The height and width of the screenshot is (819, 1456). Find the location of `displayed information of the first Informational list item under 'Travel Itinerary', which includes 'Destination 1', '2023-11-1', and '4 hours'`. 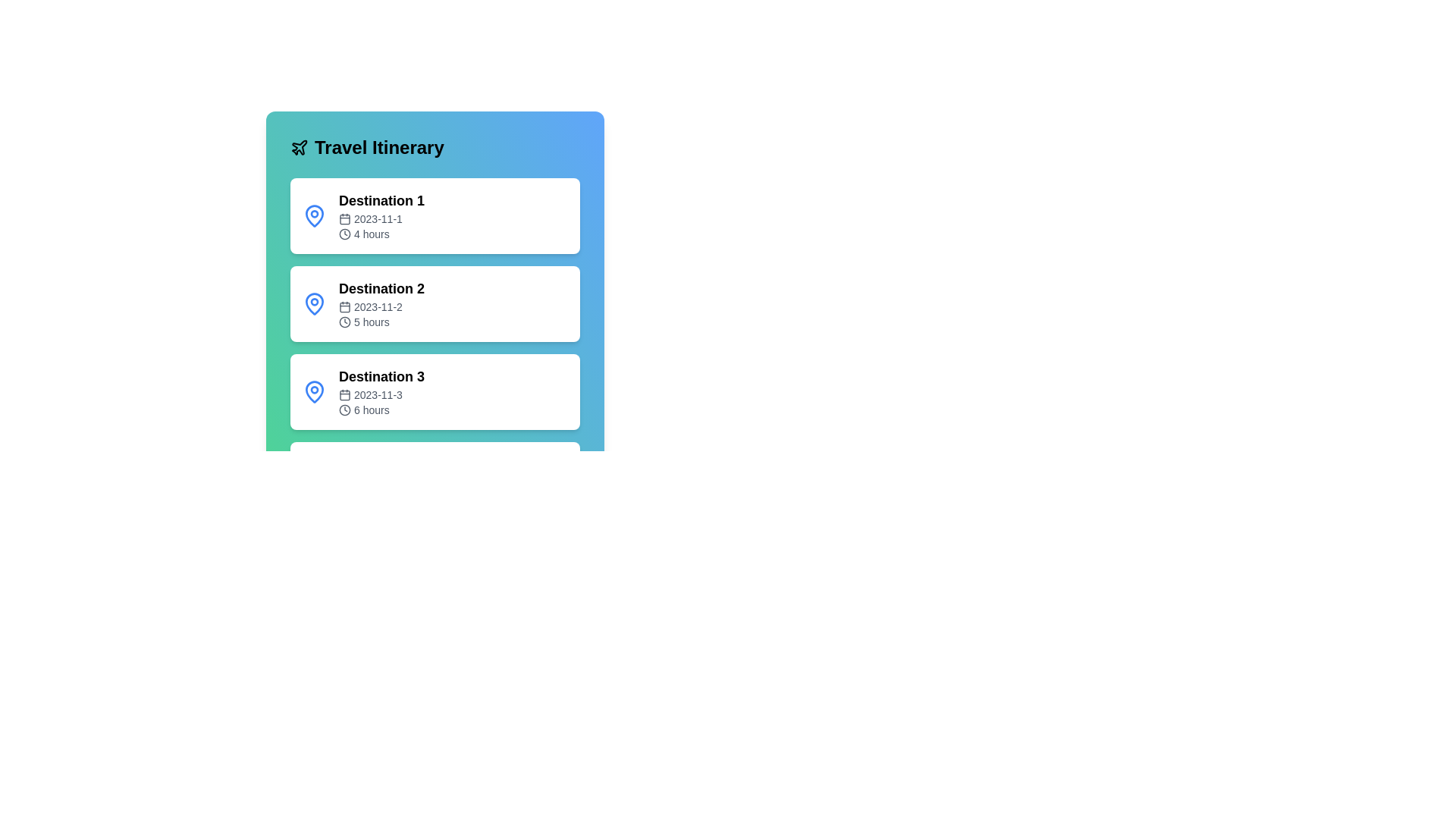

displayed information of the first Informational list item under 'Travel Itinerary', which includes 'Destination 1', '2023-11-1', and '4 hours' is located at coordinates (381, 216).